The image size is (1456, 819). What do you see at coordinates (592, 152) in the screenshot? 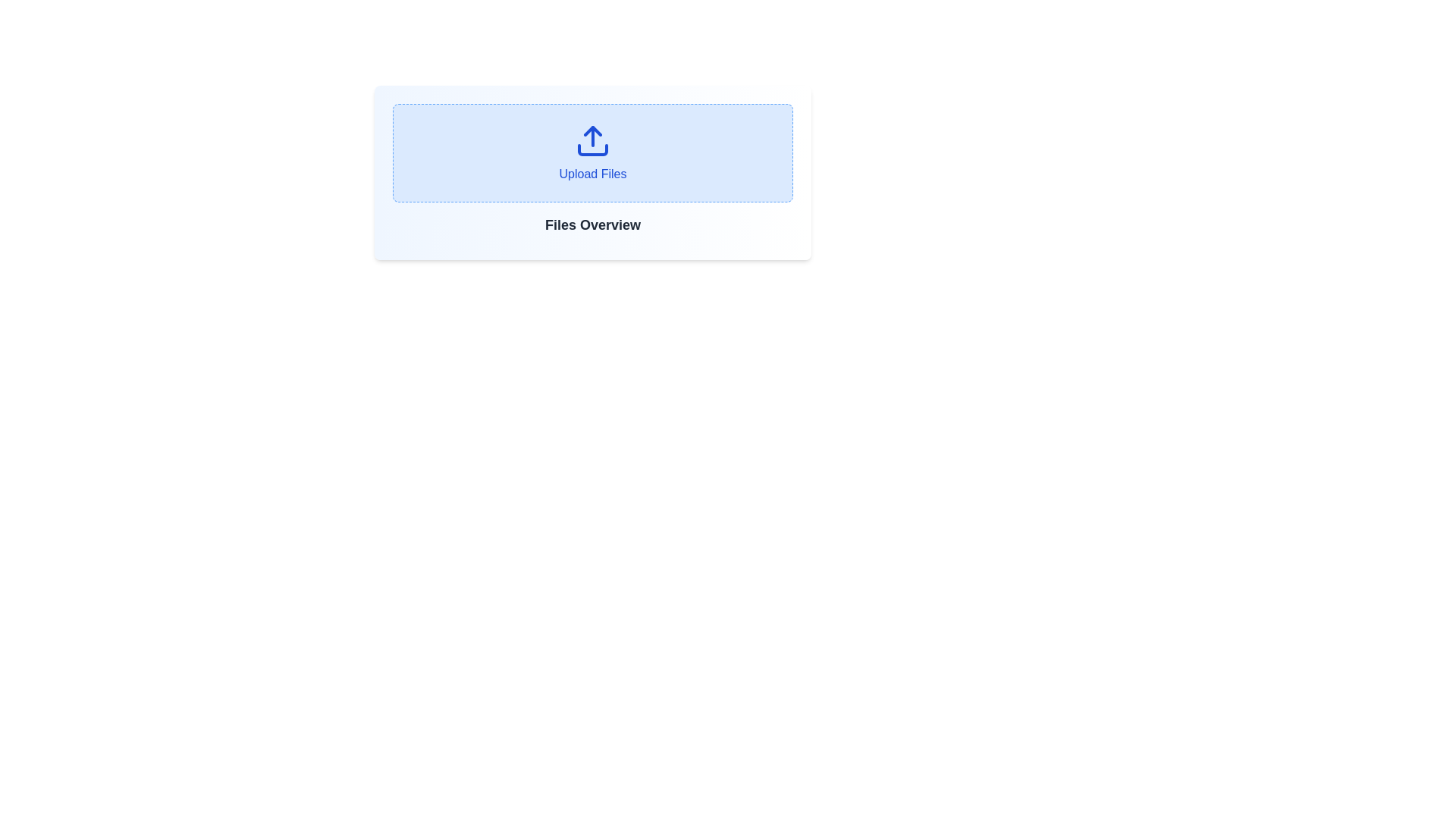
I see `the interactive text link located centrally within a bordered and rounded rectangle section with a light blue background to initiate the file upload` at bounding box center [592, 152].